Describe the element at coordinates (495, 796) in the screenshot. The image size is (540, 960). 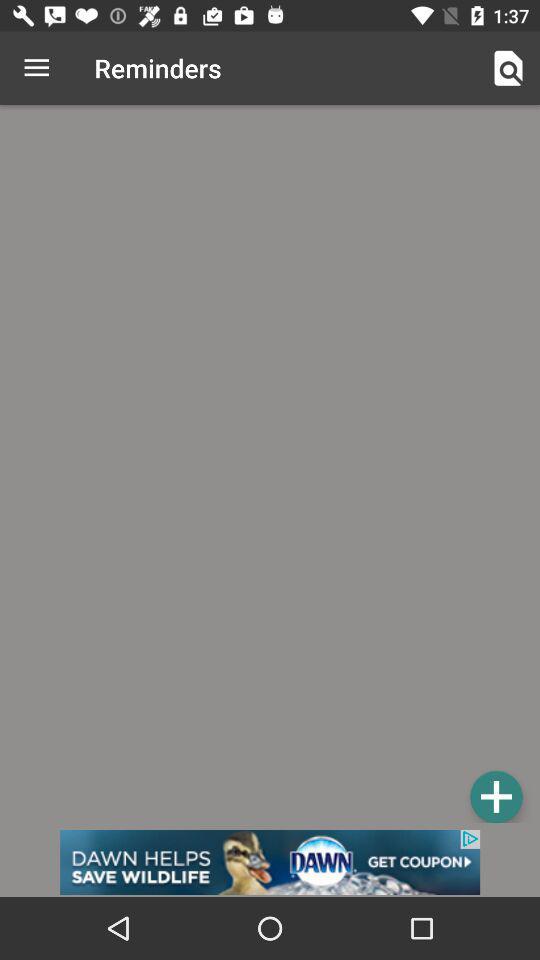
I see `the add icon` at that location.